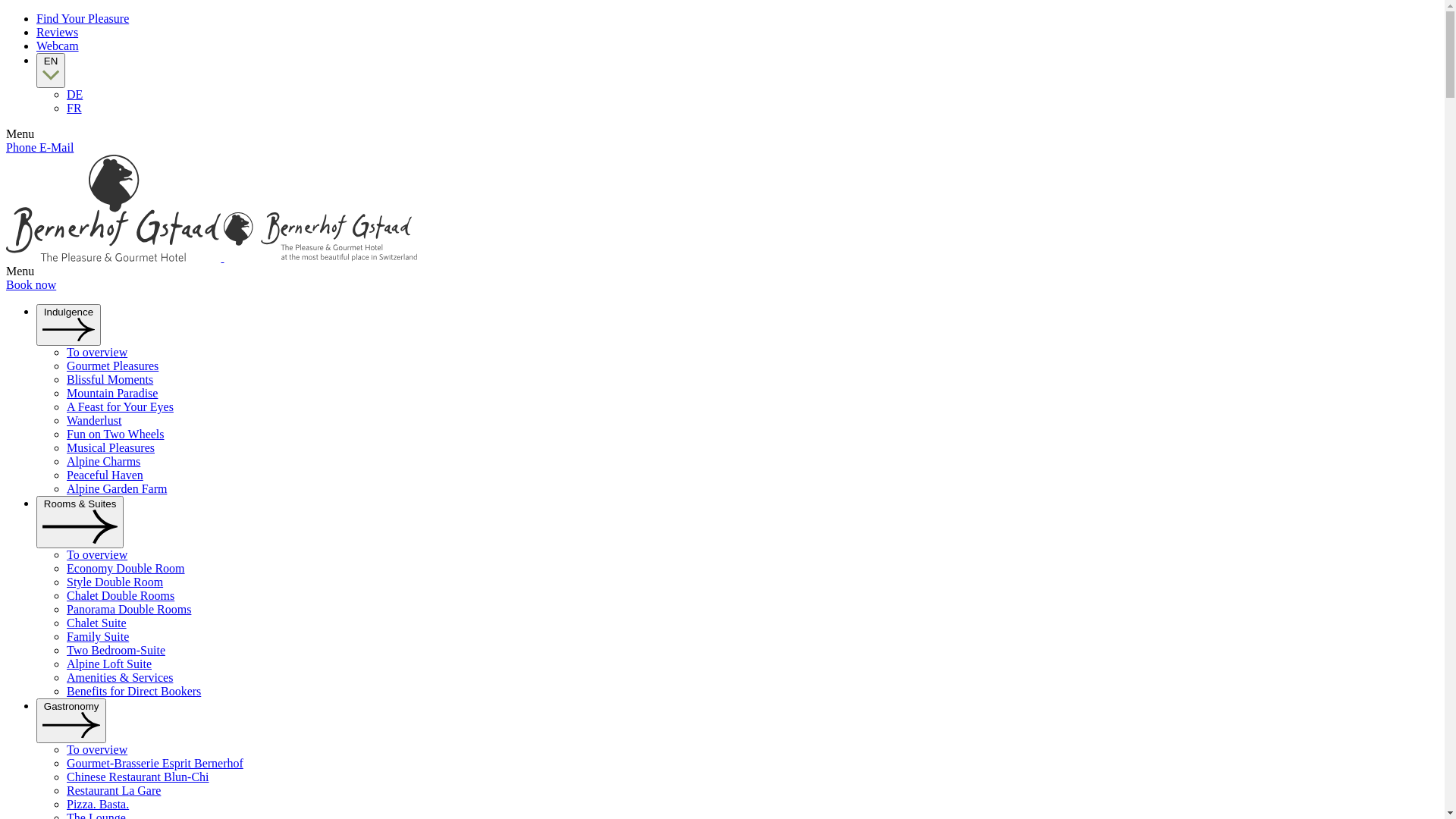 The height and width of the screenshot is (819, 1456). I want to click on 'Rooms & Suites', so click(79, 521).